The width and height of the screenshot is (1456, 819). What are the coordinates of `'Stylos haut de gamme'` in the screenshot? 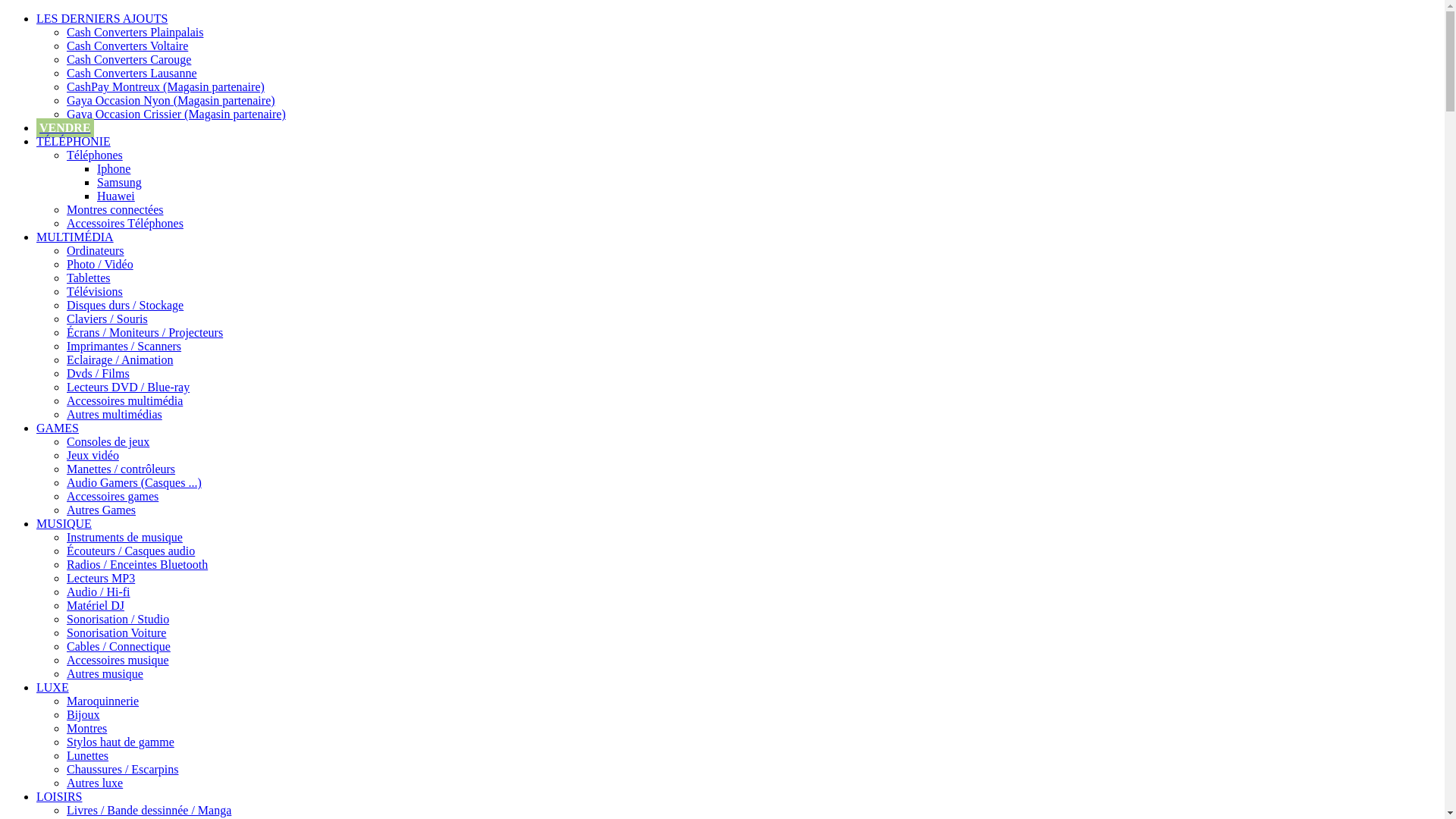 It's located at (119, 741).